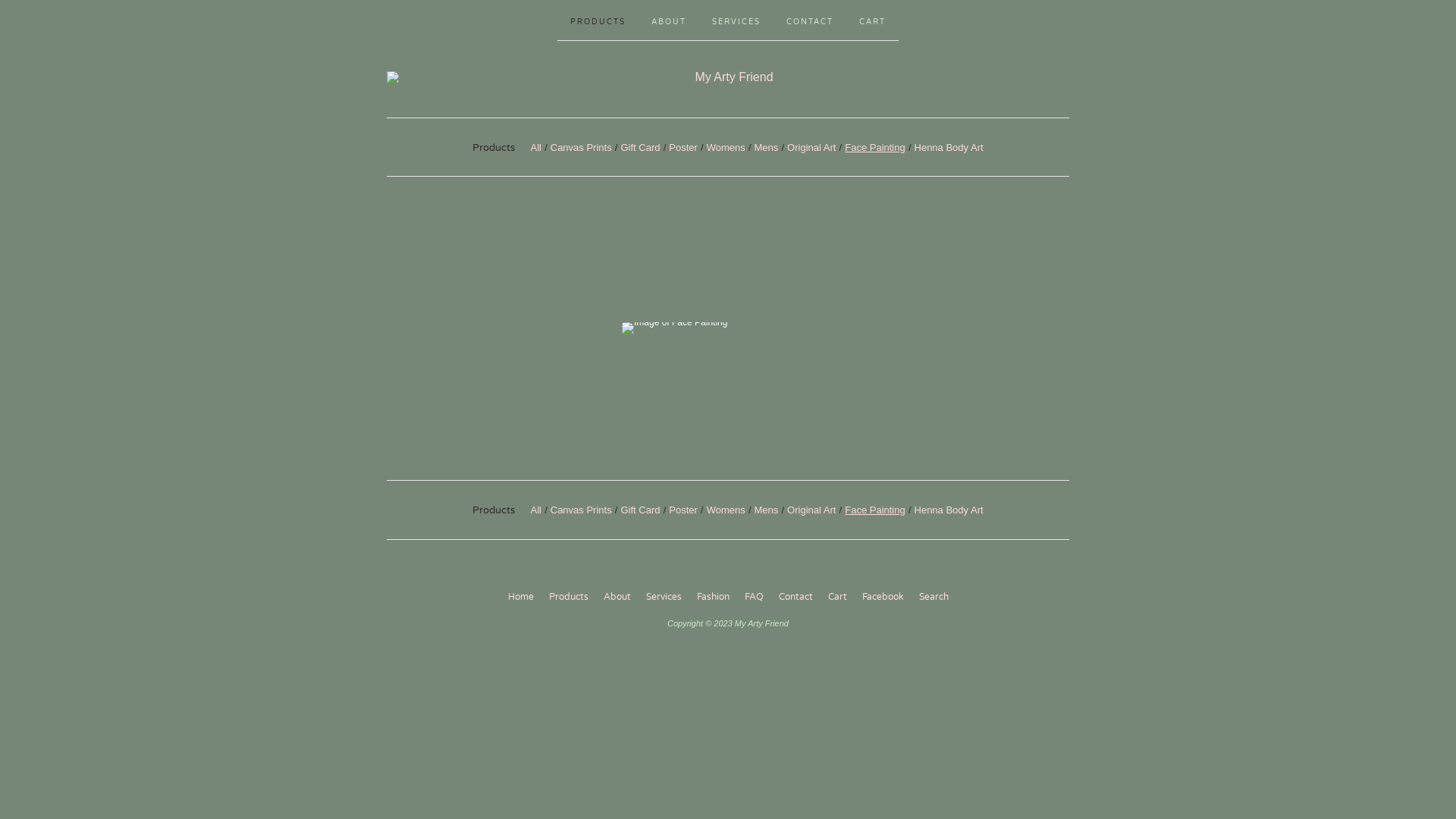 This screenshot has width=1456, height=819. What do you see at coordinates (617, 596) in the screenshot?
I see `'About'` at bounding box center [617, 596].